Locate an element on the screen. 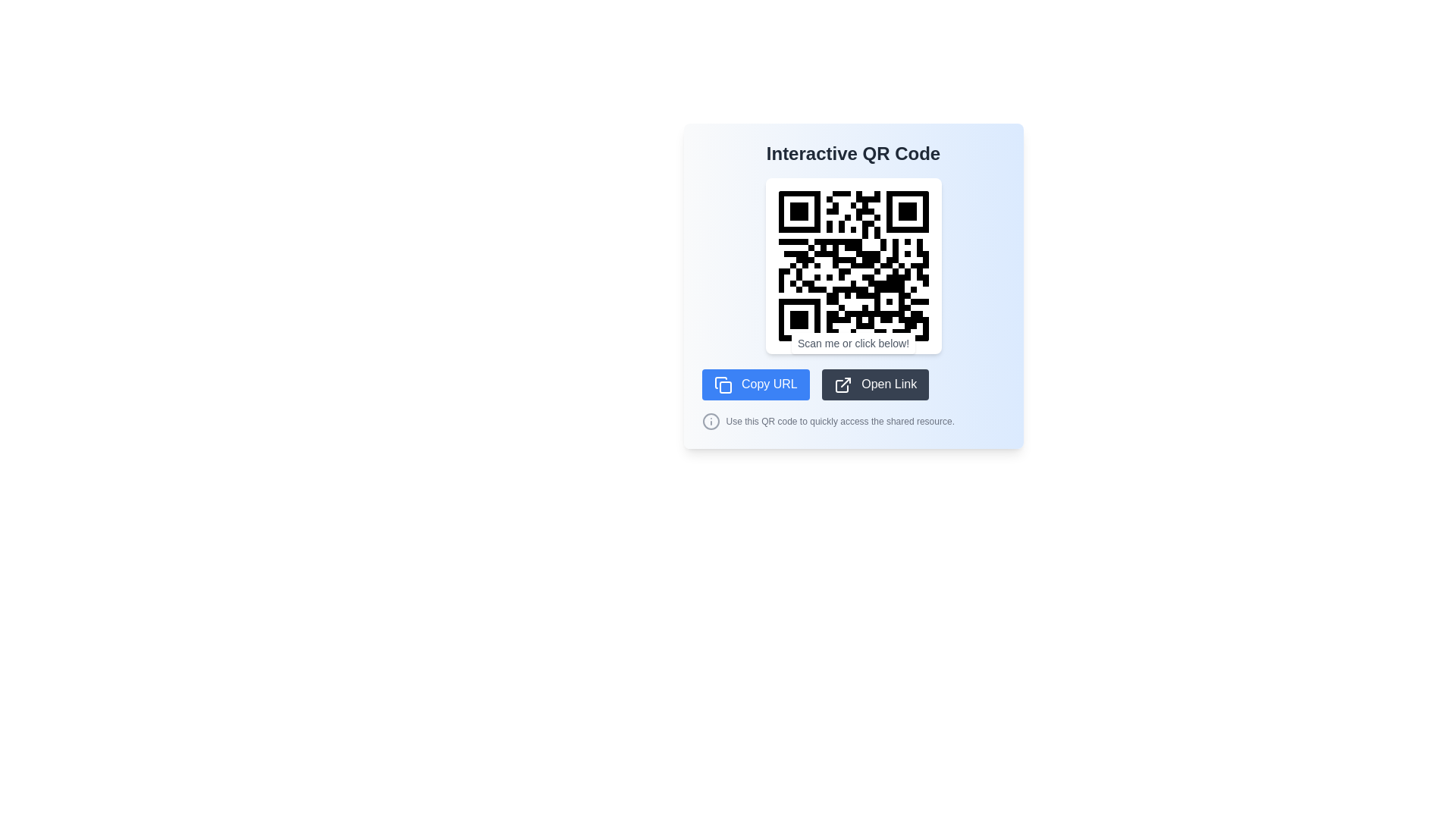  the rectangular button with rounded corners, blue background, and white text reading 'Copy URL' to copy the URL is located at coordinates (755, 384).